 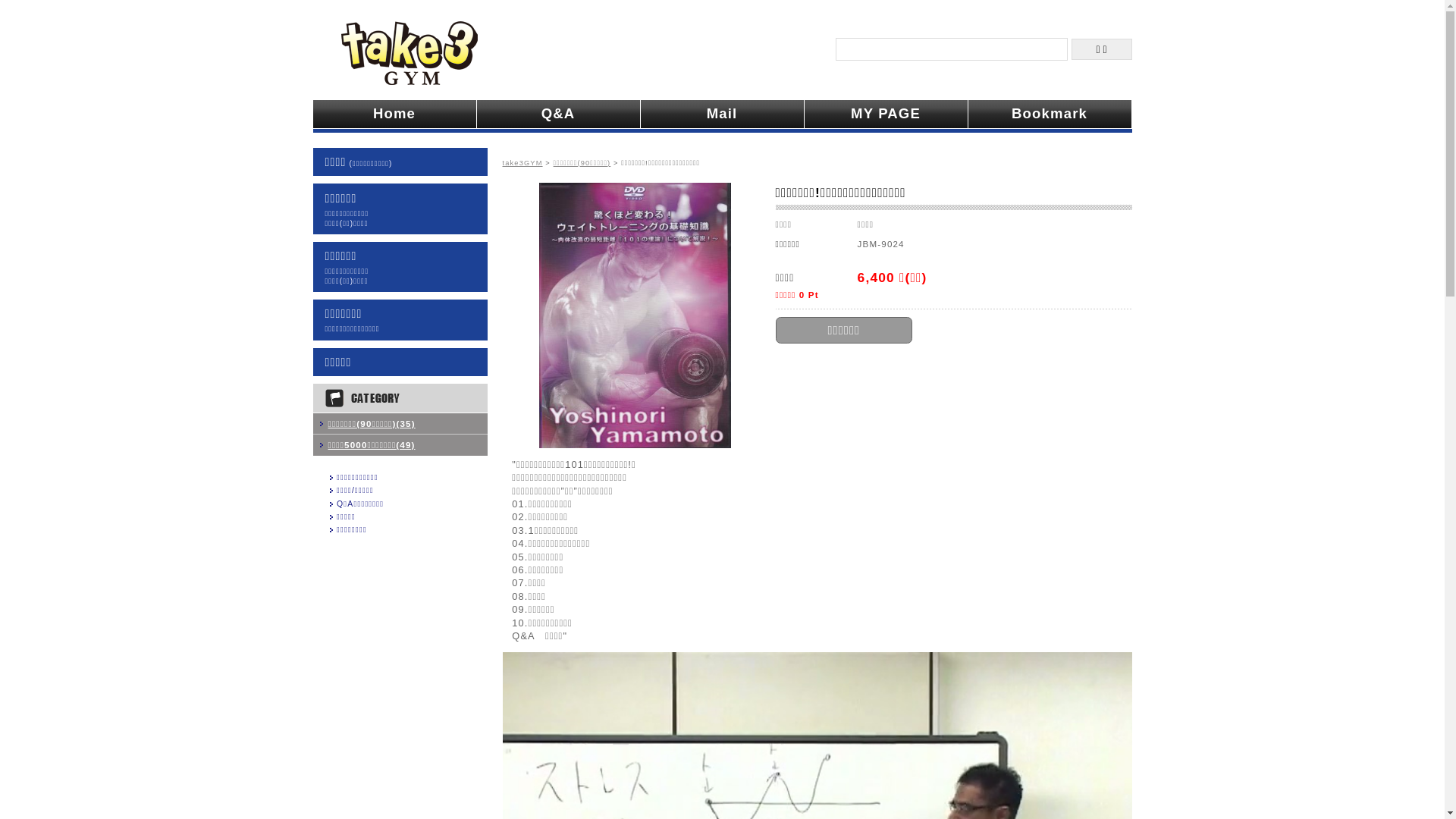 What do you see at coordinates (522, 163) in the screenshot?
I see `'take3GYM'` at bounding box center [522, 163].